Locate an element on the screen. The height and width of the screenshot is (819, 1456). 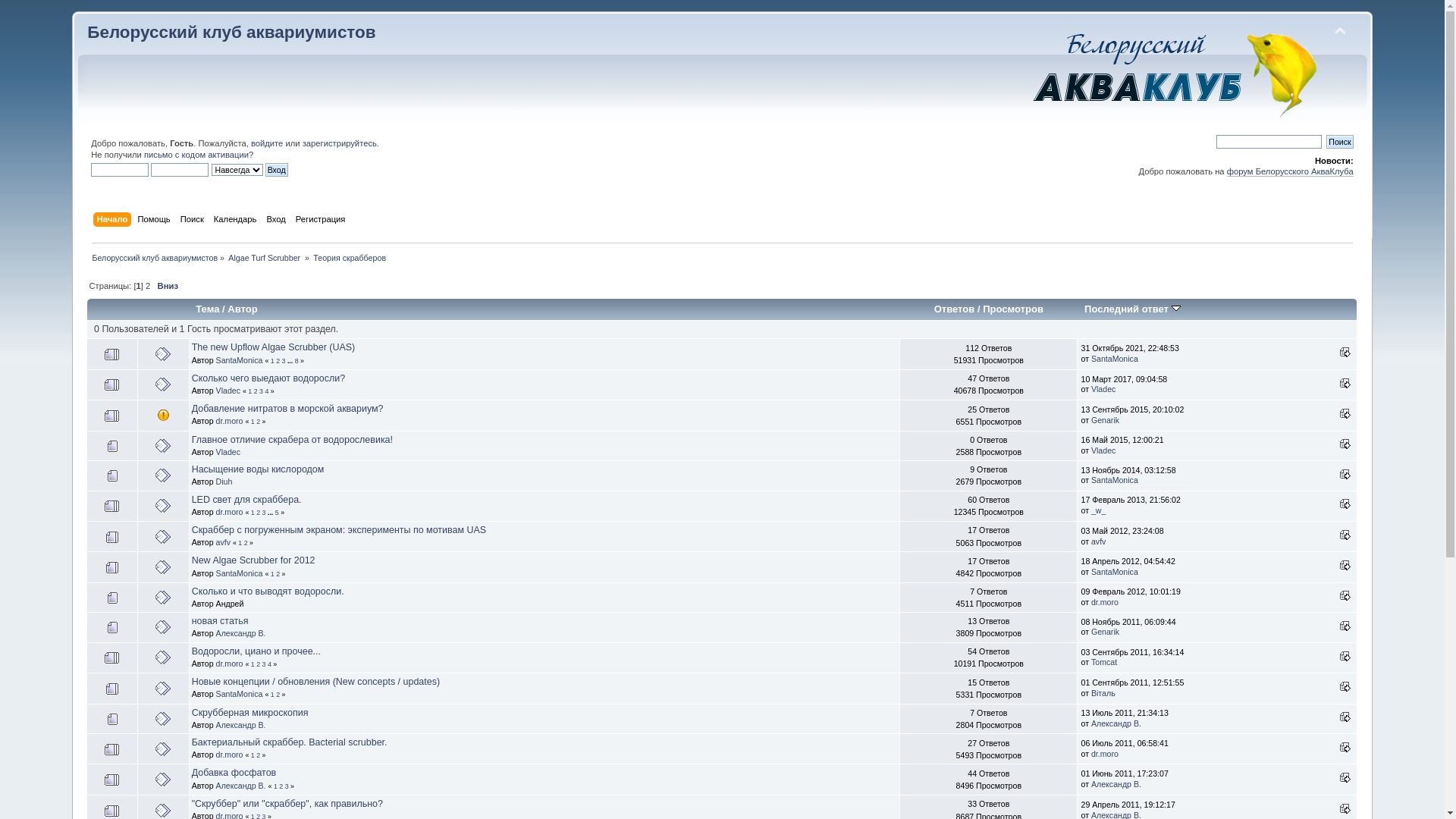
'SantaMonica' is located at coordinates (239, 359).